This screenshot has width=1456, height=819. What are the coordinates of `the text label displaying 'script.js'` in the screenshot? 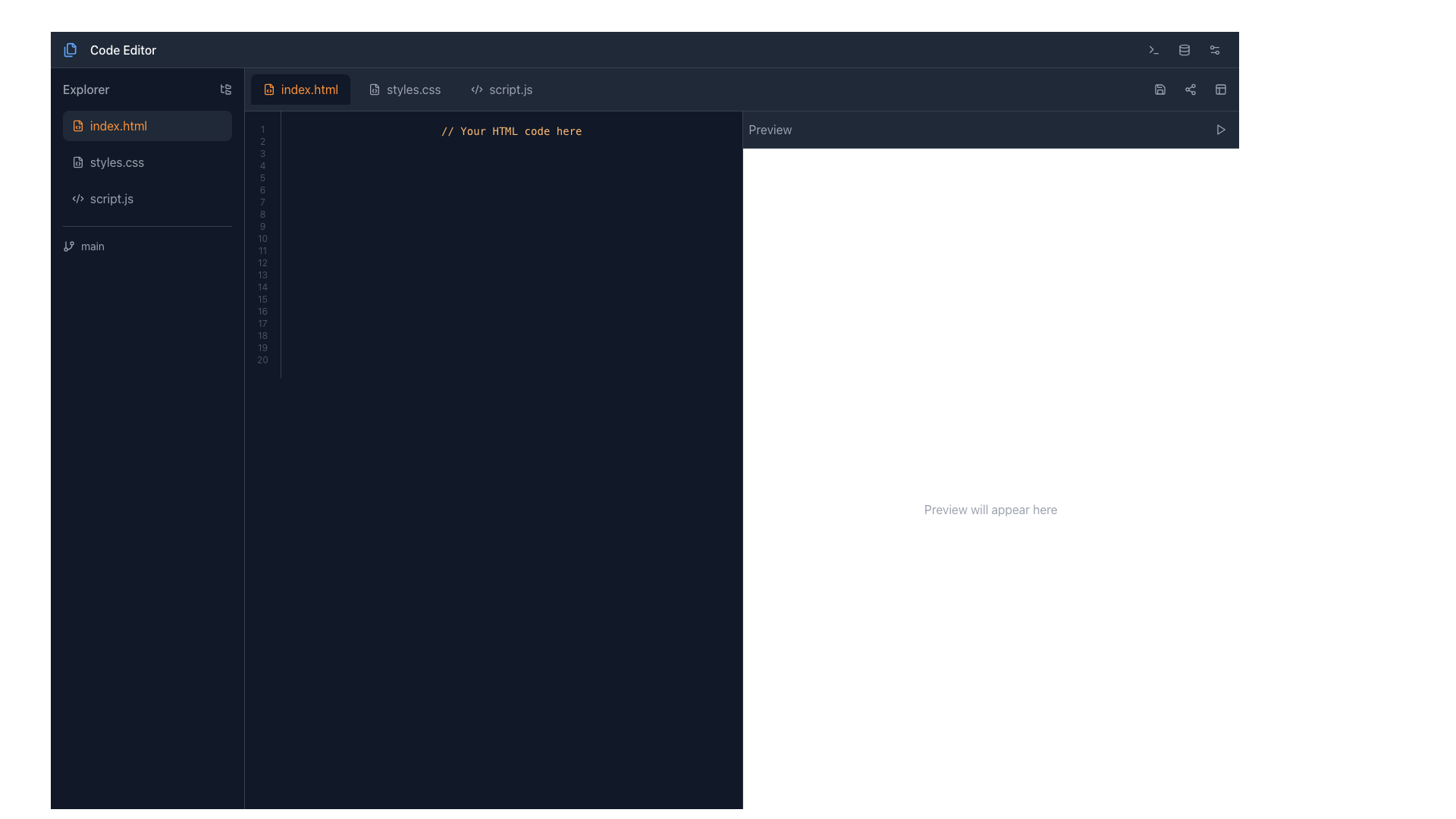 It's located at (111, 198).